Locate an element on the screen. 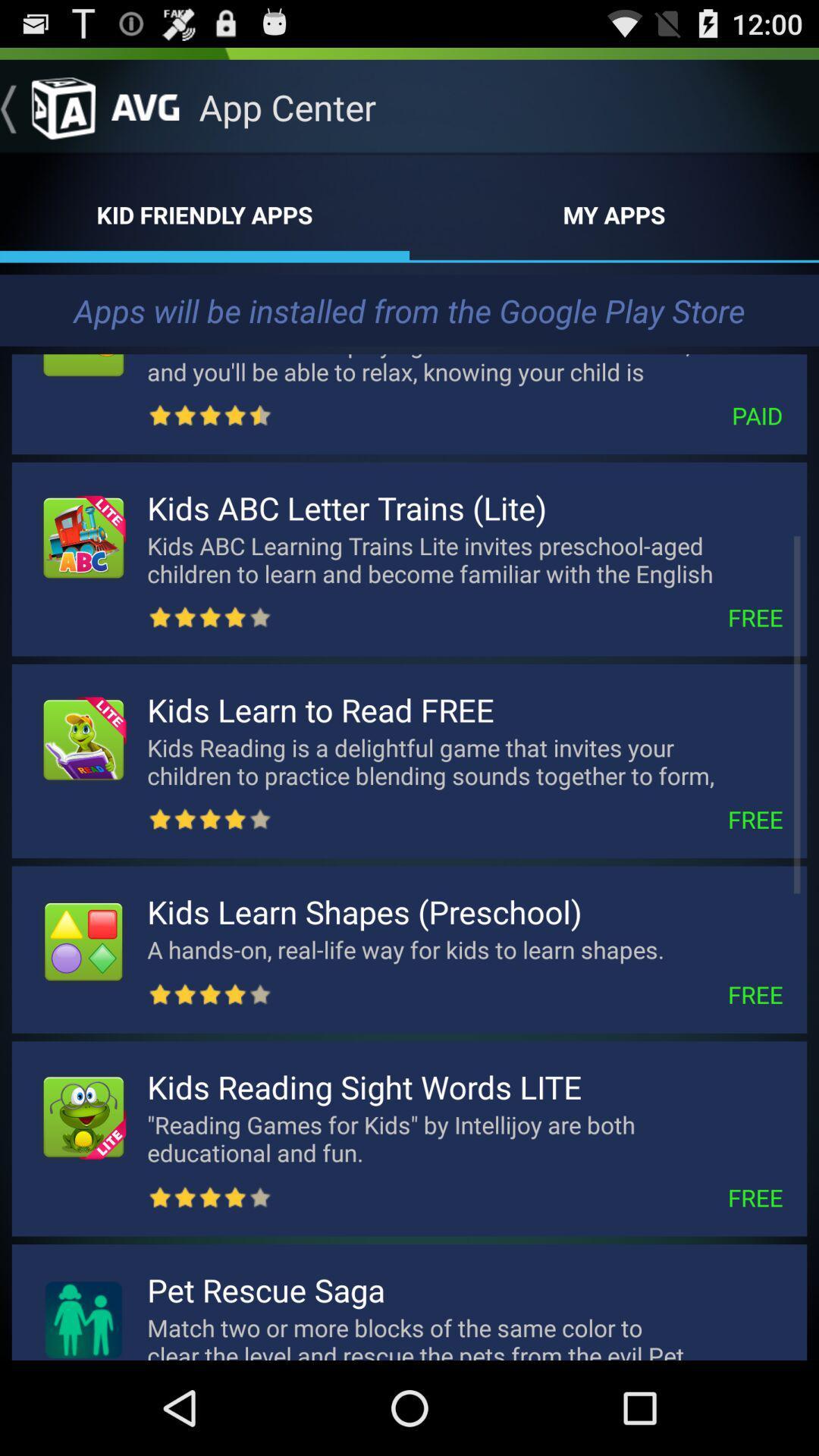 Image resolution: width=819 pixels, height=1456 pixels. the text avg left to the app center is located at coordinates (145, 101).